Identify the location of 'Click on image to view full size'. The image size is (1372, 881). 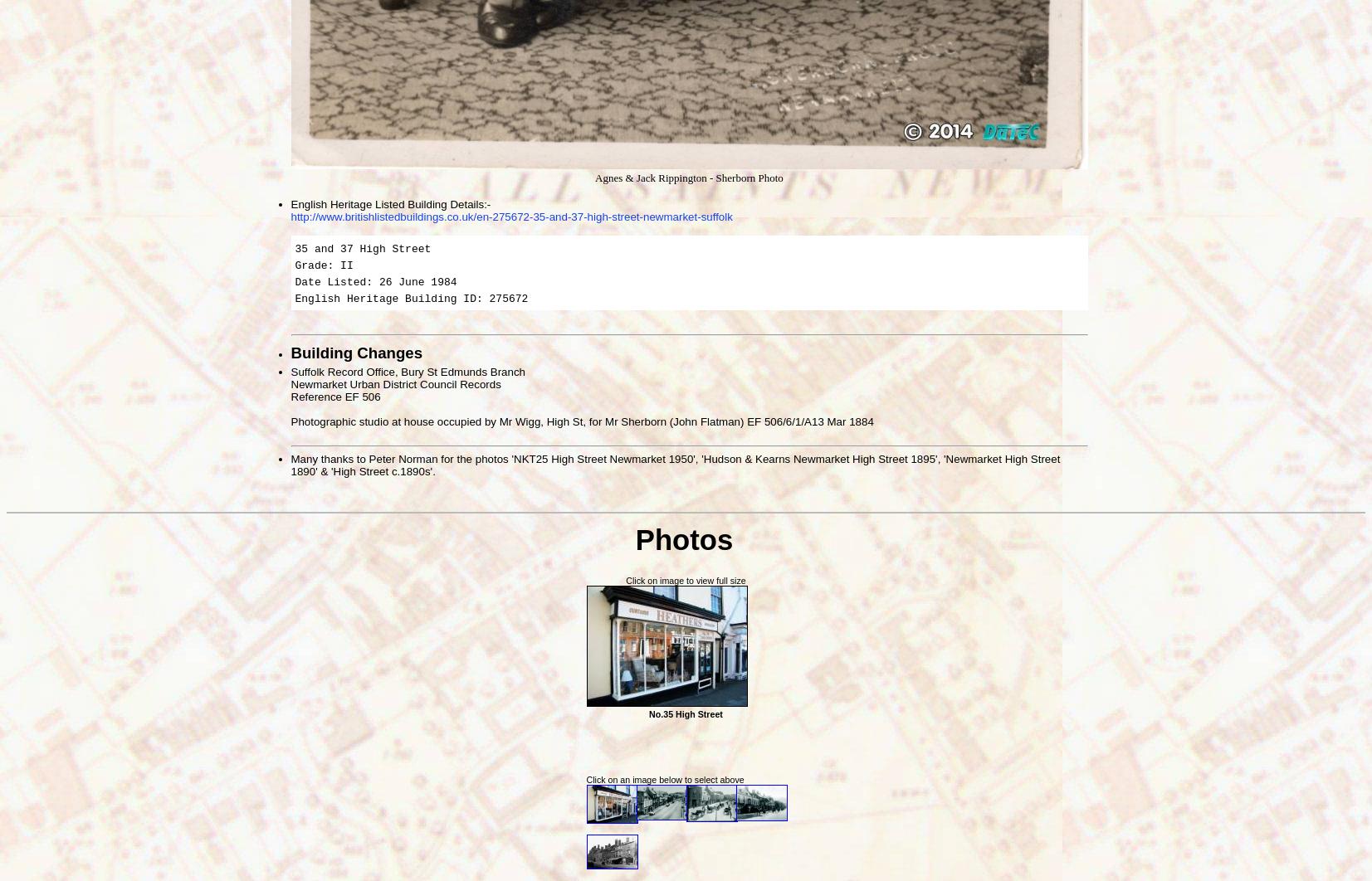
(685, 580).